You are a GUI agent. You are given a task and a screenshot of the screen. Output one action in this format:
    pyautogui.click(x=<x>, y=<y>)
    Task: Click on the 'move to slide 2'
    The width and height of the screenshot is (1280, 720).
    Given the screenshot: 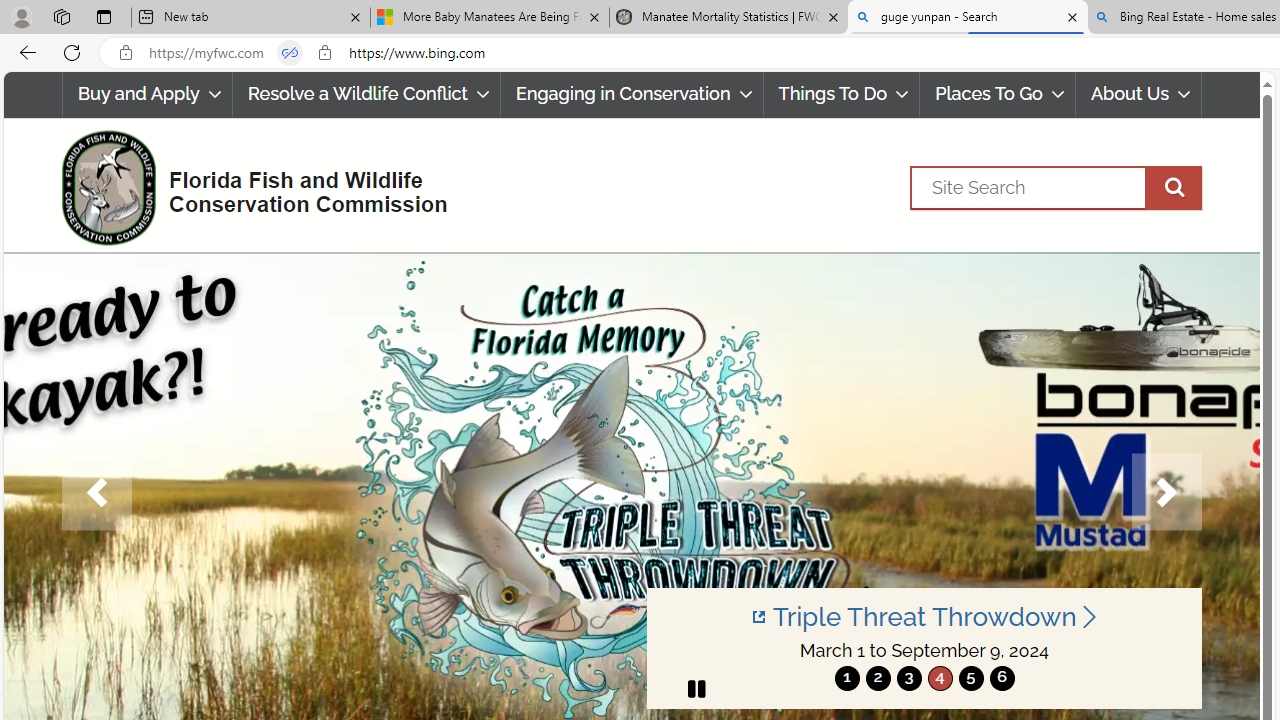 What is the action you would take?
    pyautogui.click(x=878, y=677)
    